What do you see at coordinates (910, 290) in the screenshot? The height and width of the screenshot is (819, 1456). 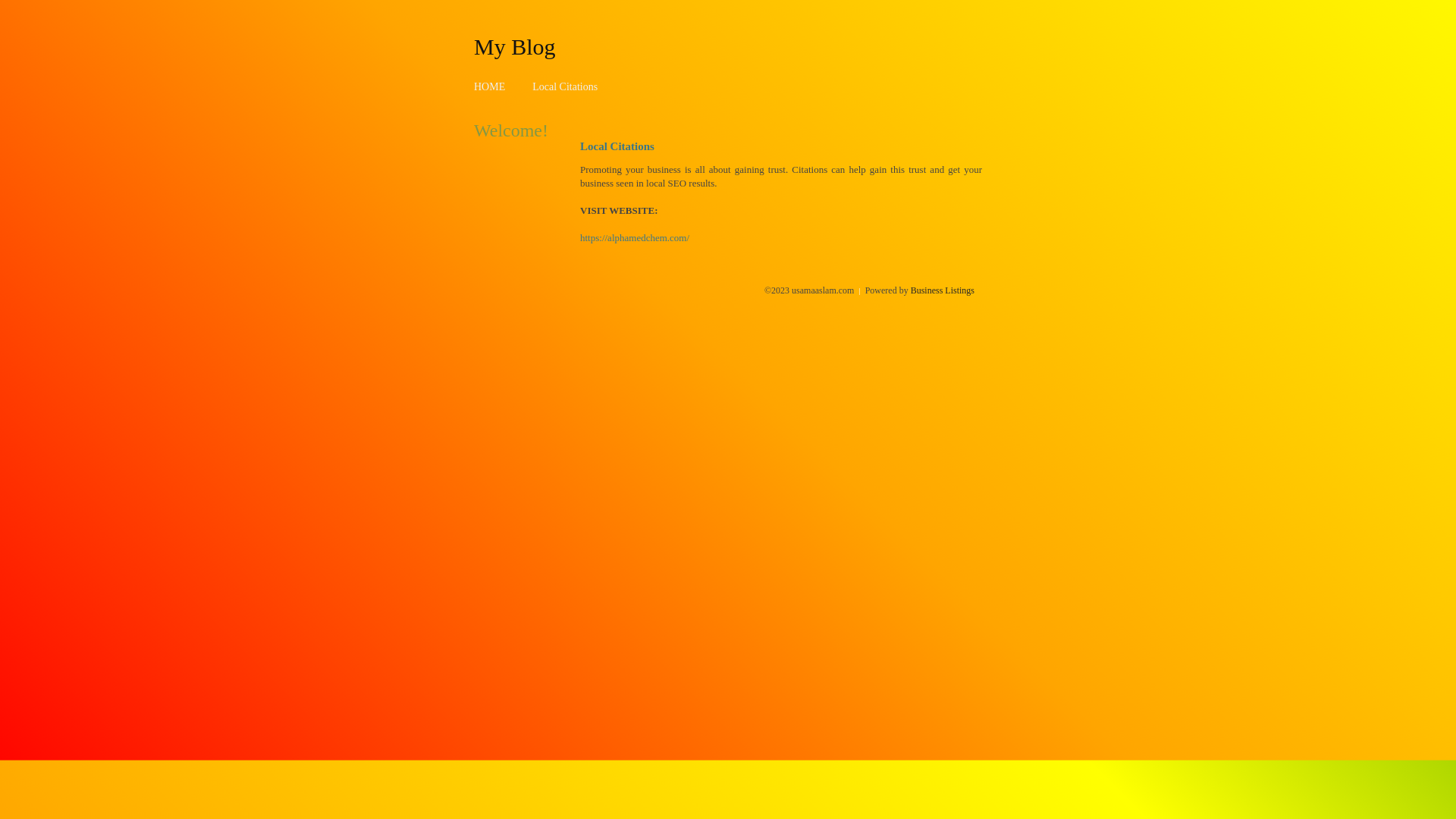 I see `'Business Listings'` at bounding box center [910, 290].